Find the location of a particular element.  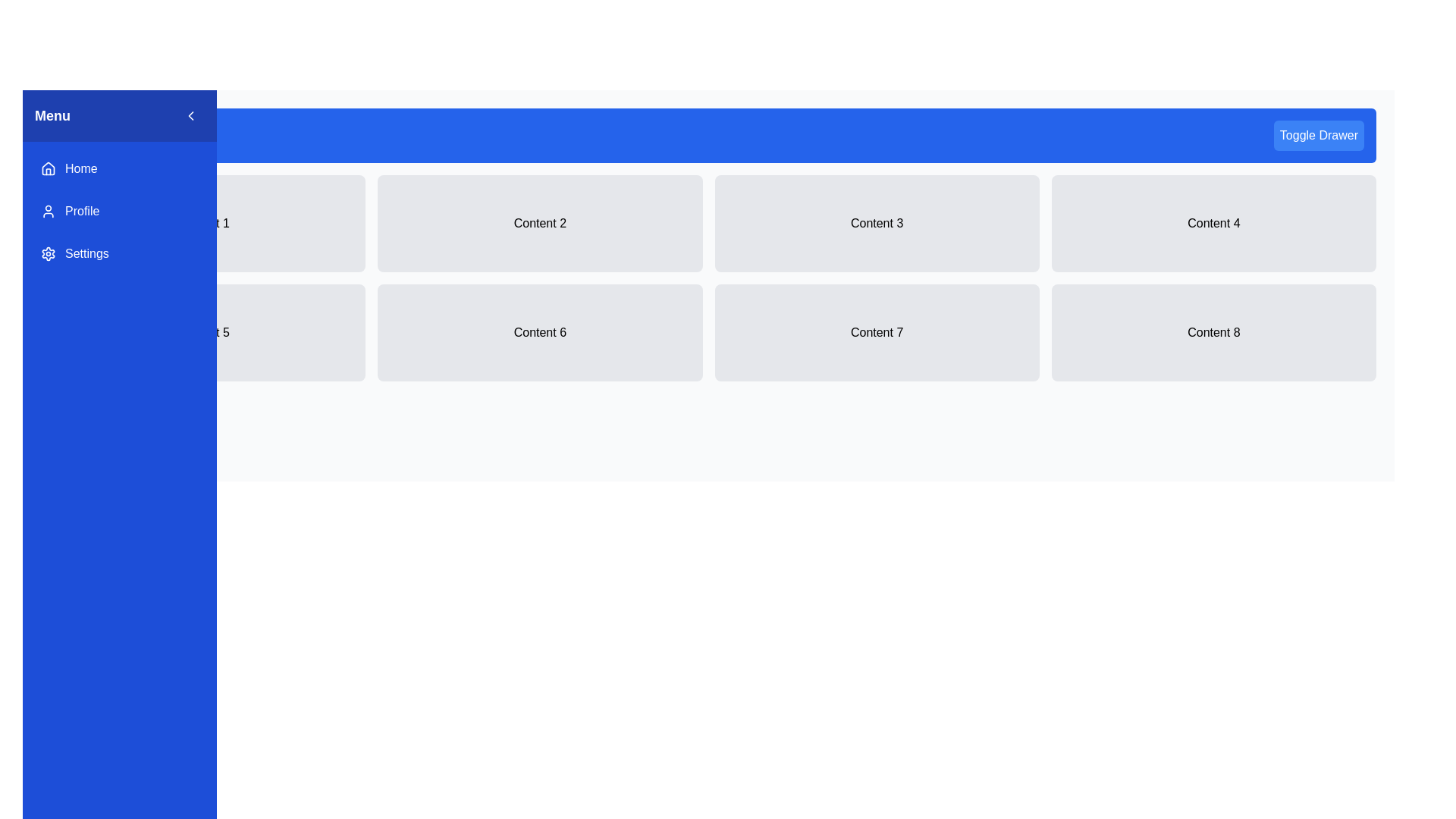

the graphical details of the home icon located in the left sidebar menu, adjacent to the 'Home' label is located at coordinates (48, 168).